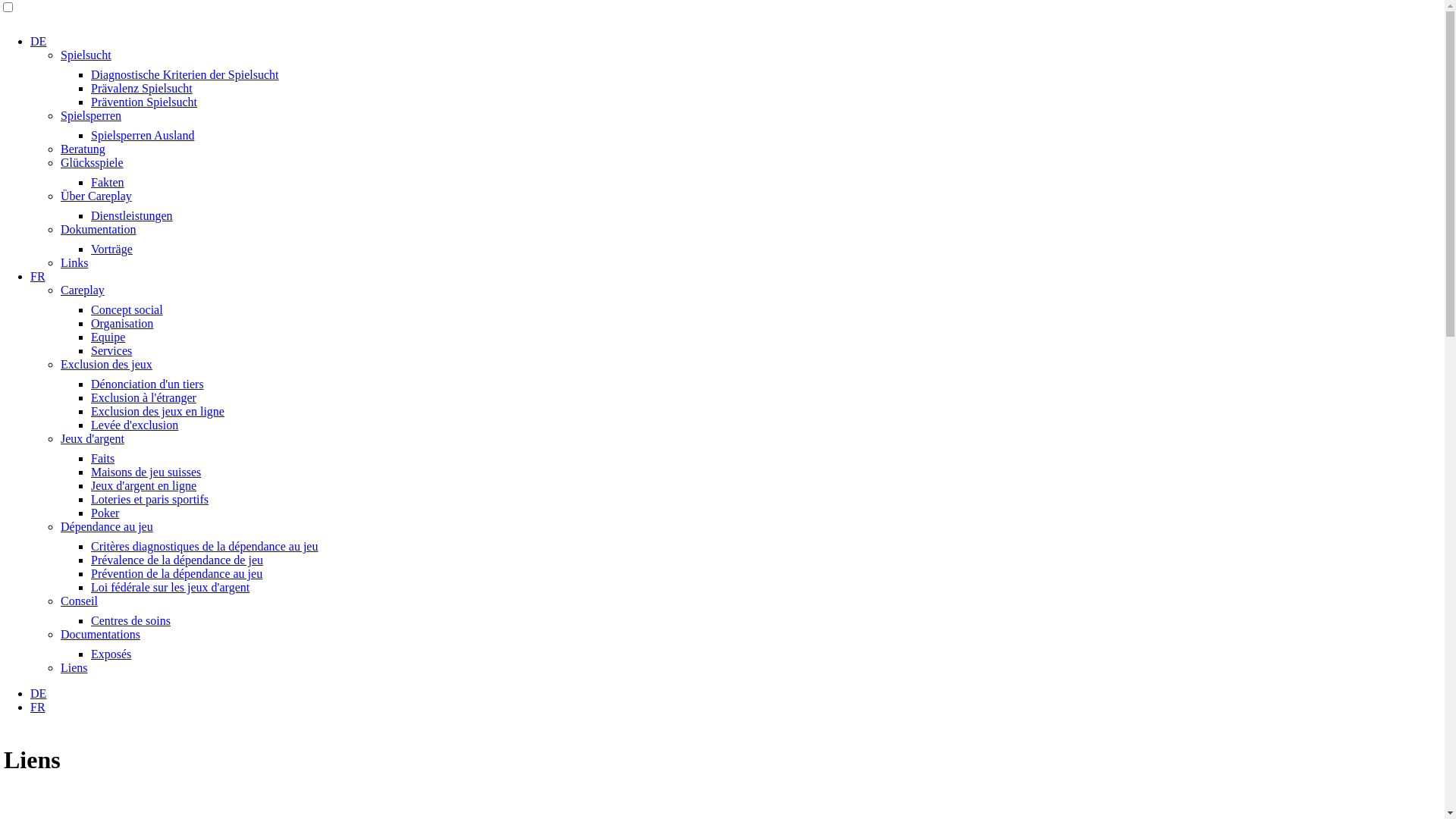  What do you see at coordinates (38, 693) in the screenshot?
I see `'DE'` at bounding box center [38, 693].